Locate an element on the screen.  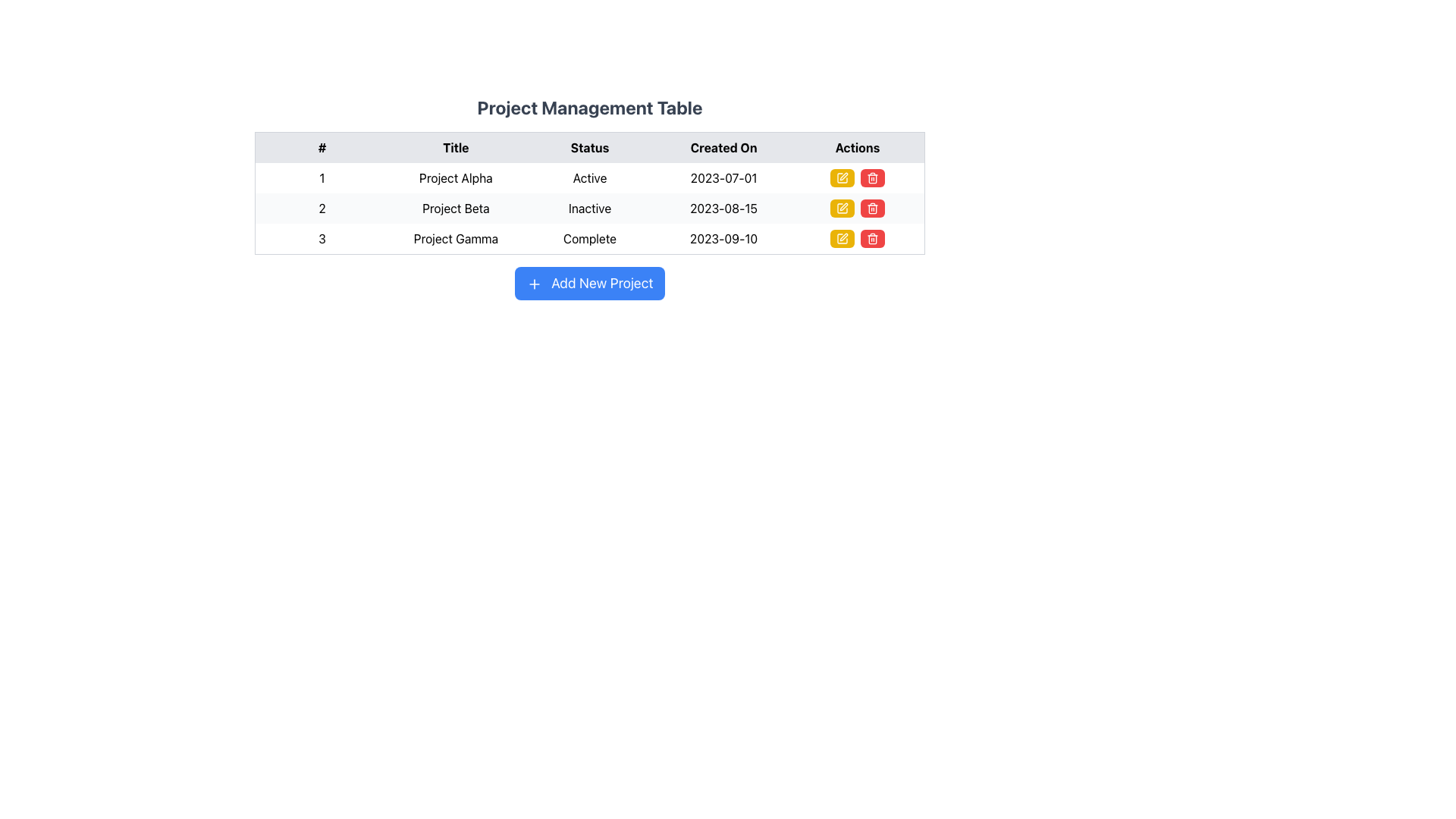
the red trash button in the Actions column of the table for 'Project Gamma' is located at coordinates (872, 177).